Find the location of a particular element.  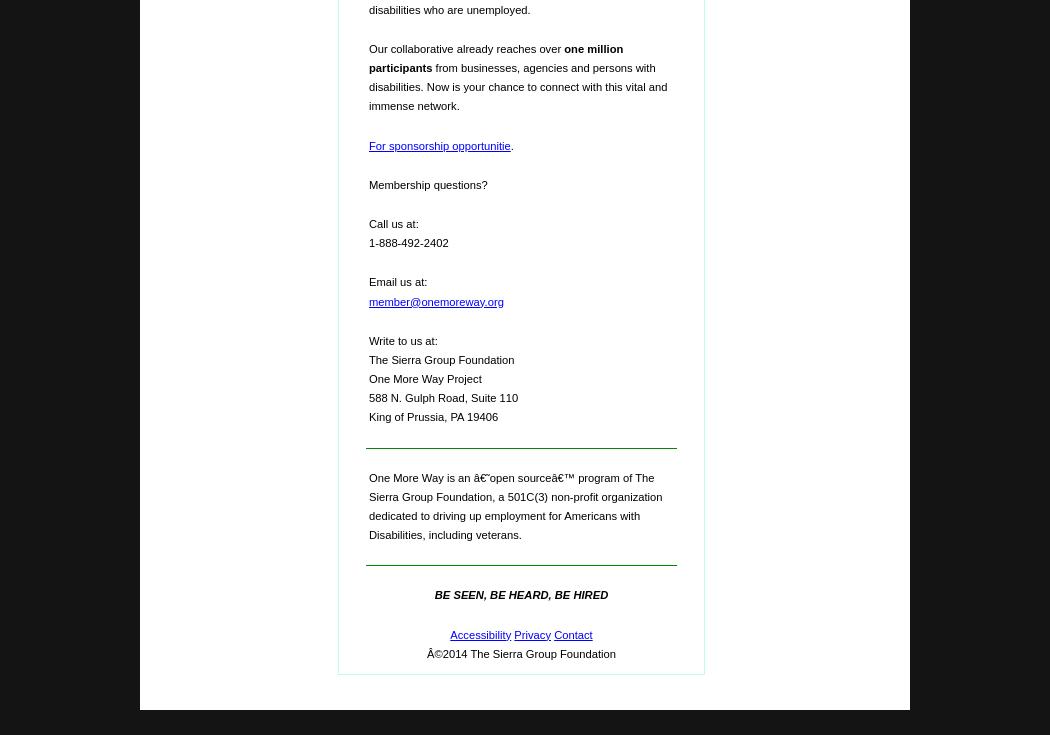

'Â©2014 The Sierra Group Foundation' is located at coordinates (520, 651).